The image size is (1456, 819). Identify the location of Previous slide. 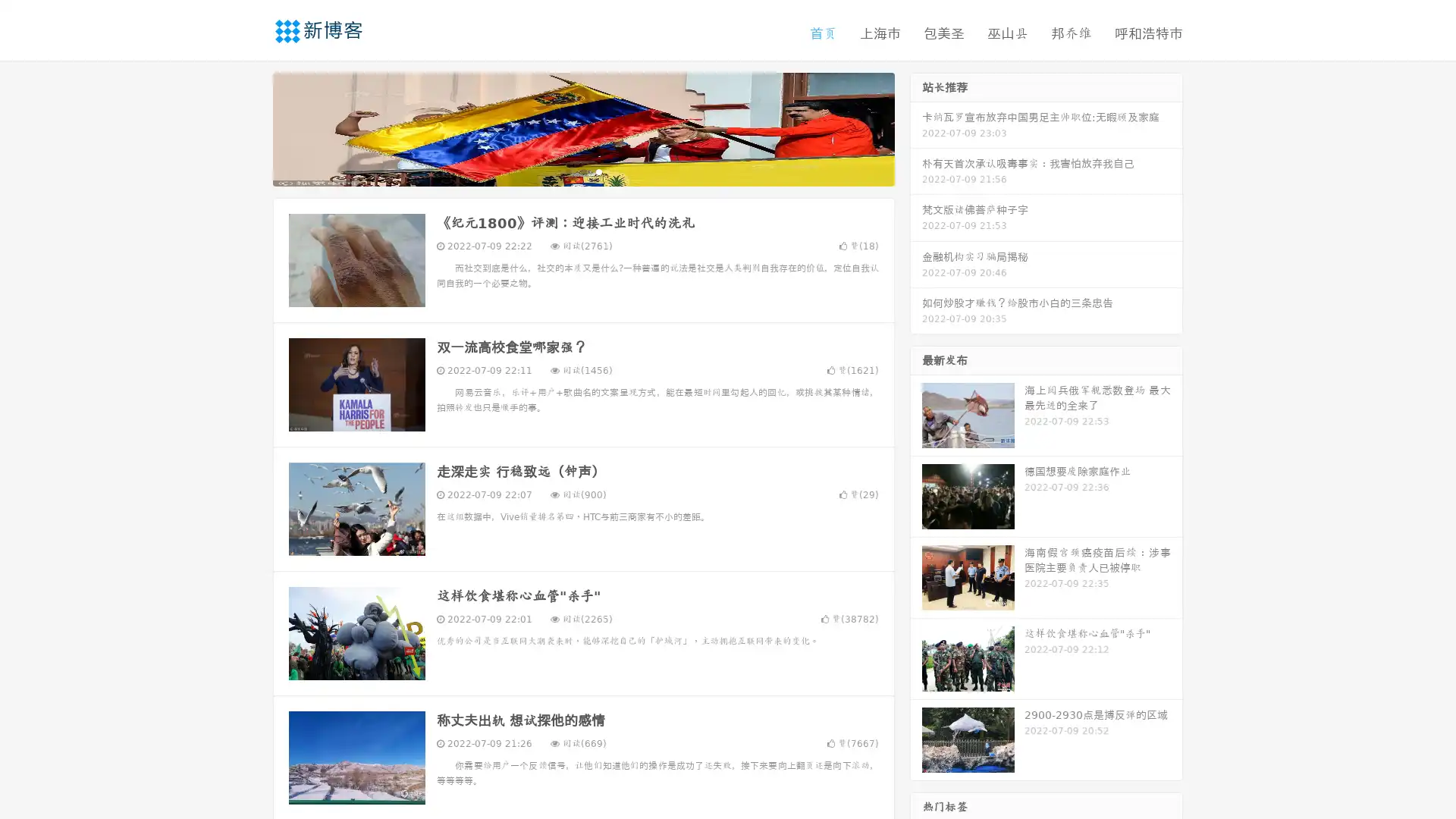
(250, 127).